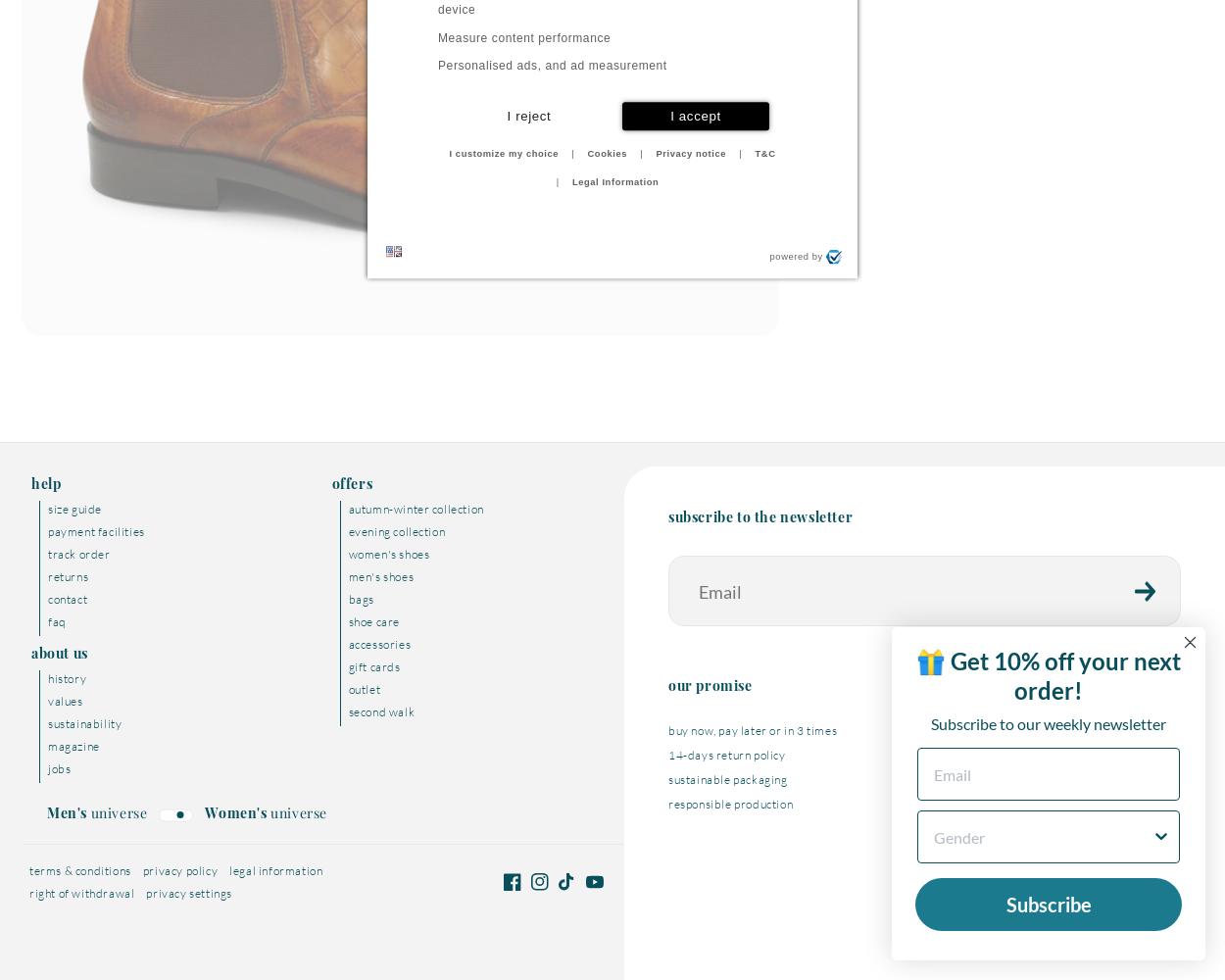 The height and width of the screenshot is (980, 1225). Describe the element at coordinates (752, 729) in the screenshot. I see `'buy now, pay later or in 3 times'` at that location.